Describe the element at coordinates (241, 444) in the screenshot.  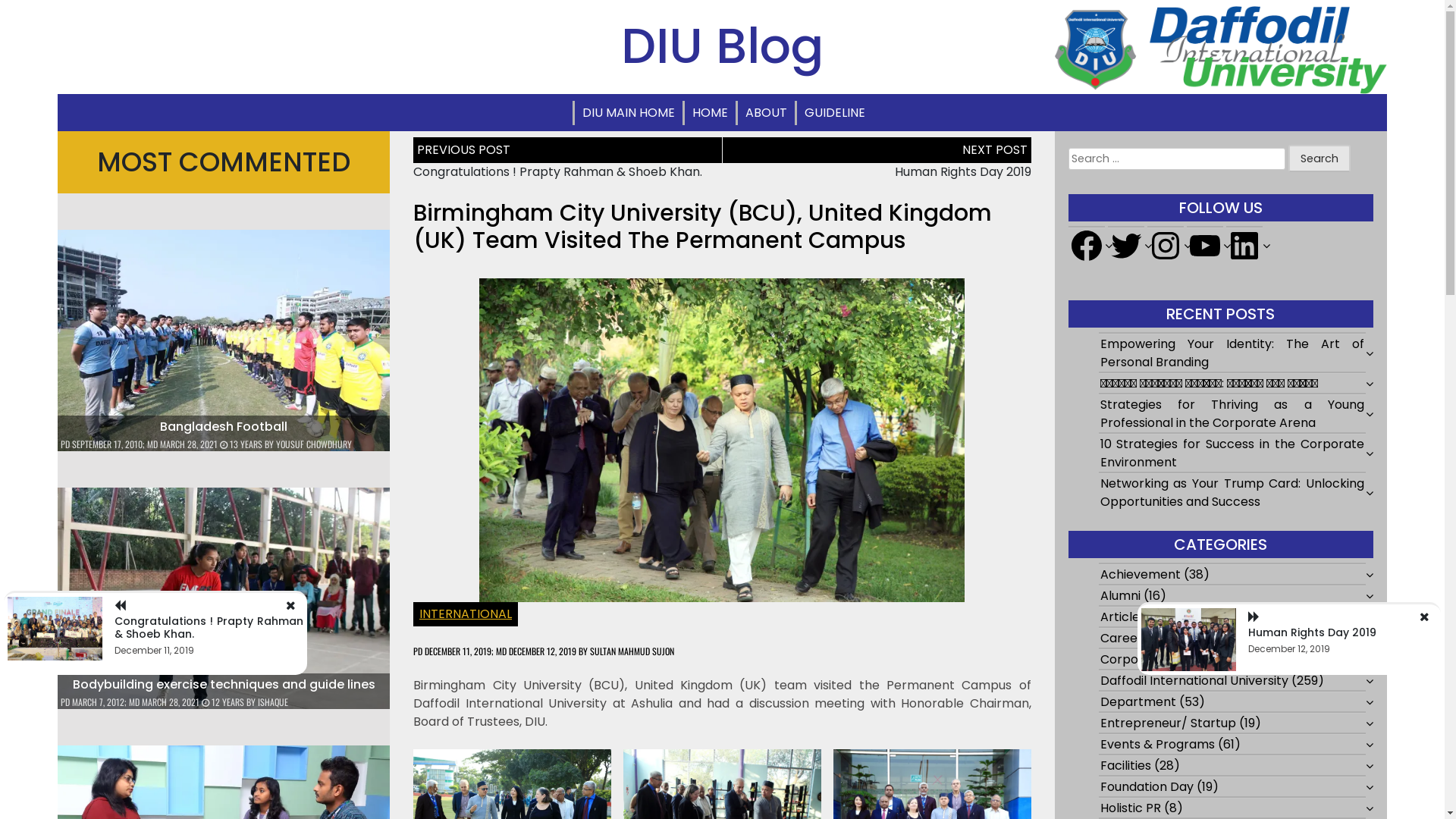
I see `'13 YEARS'` at that location.